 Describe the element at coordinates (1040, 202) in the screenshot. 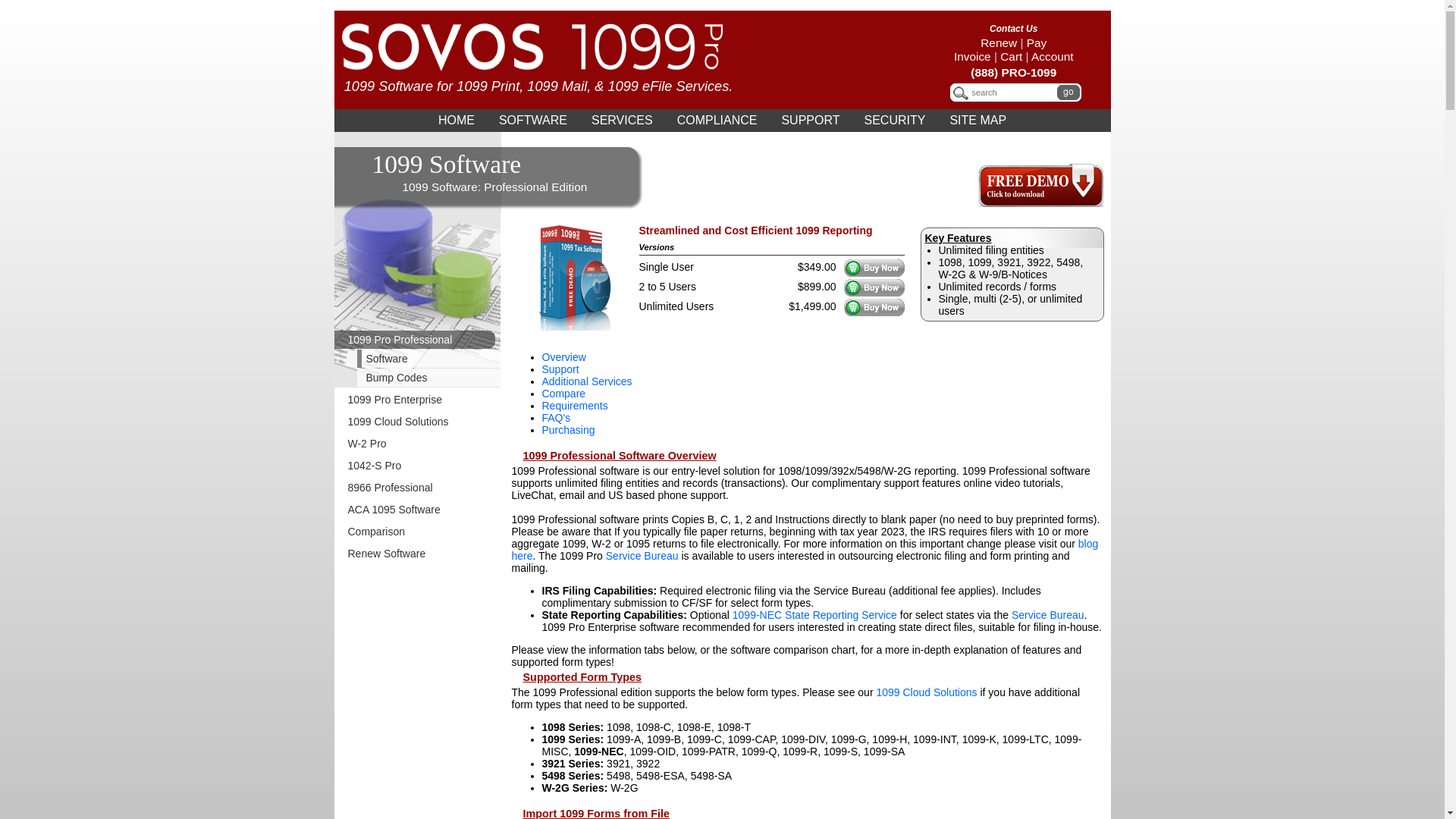

I see `'Download FREE Demo!'` at that location.